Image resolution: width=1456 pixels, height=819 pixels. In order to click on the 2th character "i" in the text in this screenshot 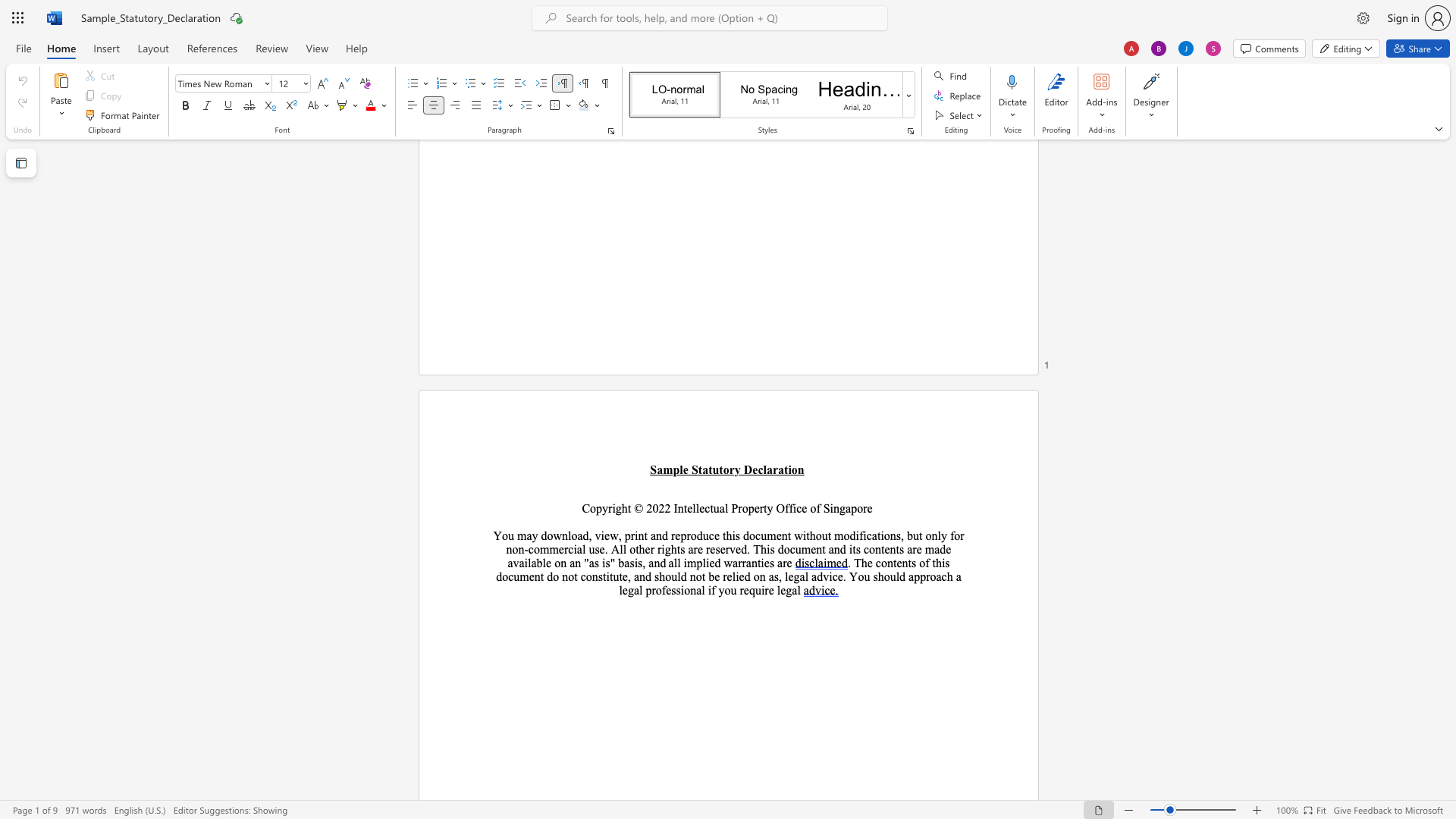, I will do `click(636, 535)`.